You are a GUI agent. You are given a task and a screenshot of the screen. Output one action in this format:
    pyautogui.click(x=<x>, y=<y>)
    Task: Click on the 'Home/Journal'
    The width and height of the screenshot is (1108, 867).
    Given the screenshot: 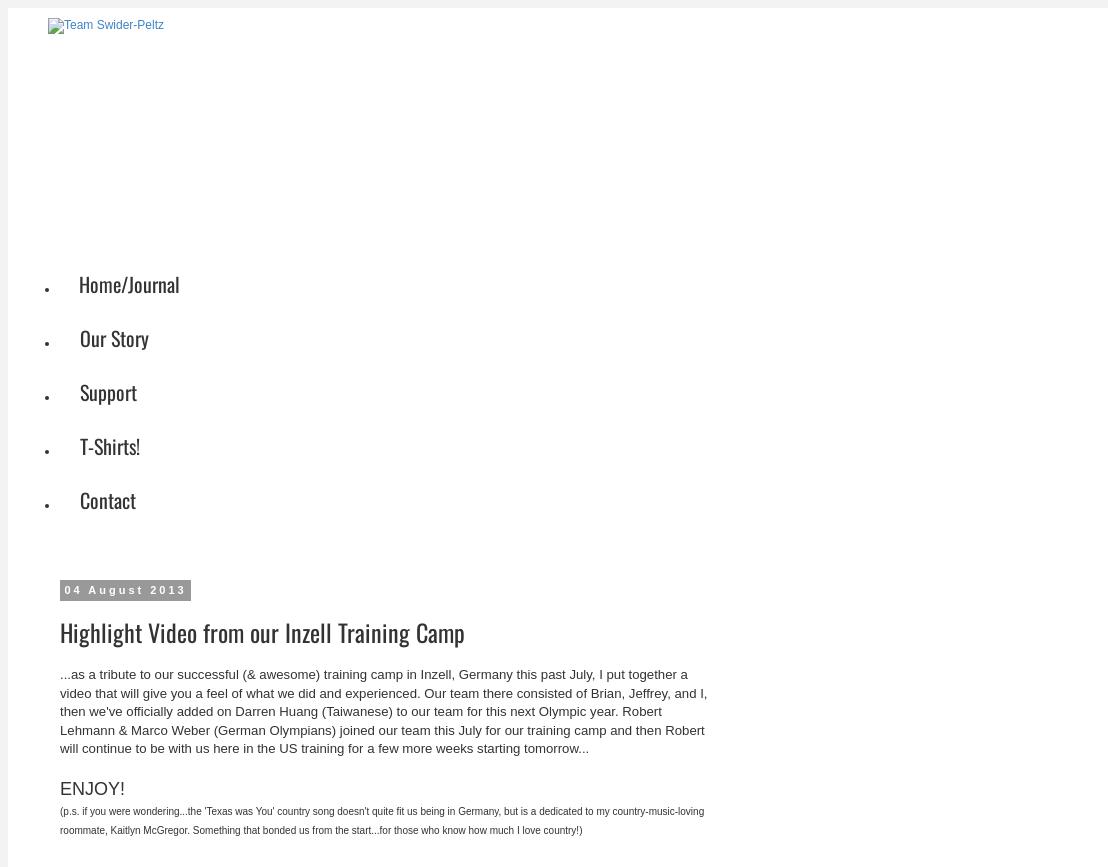 What is the action you would take?
    pyautogui.click(x=129, y=284)
    